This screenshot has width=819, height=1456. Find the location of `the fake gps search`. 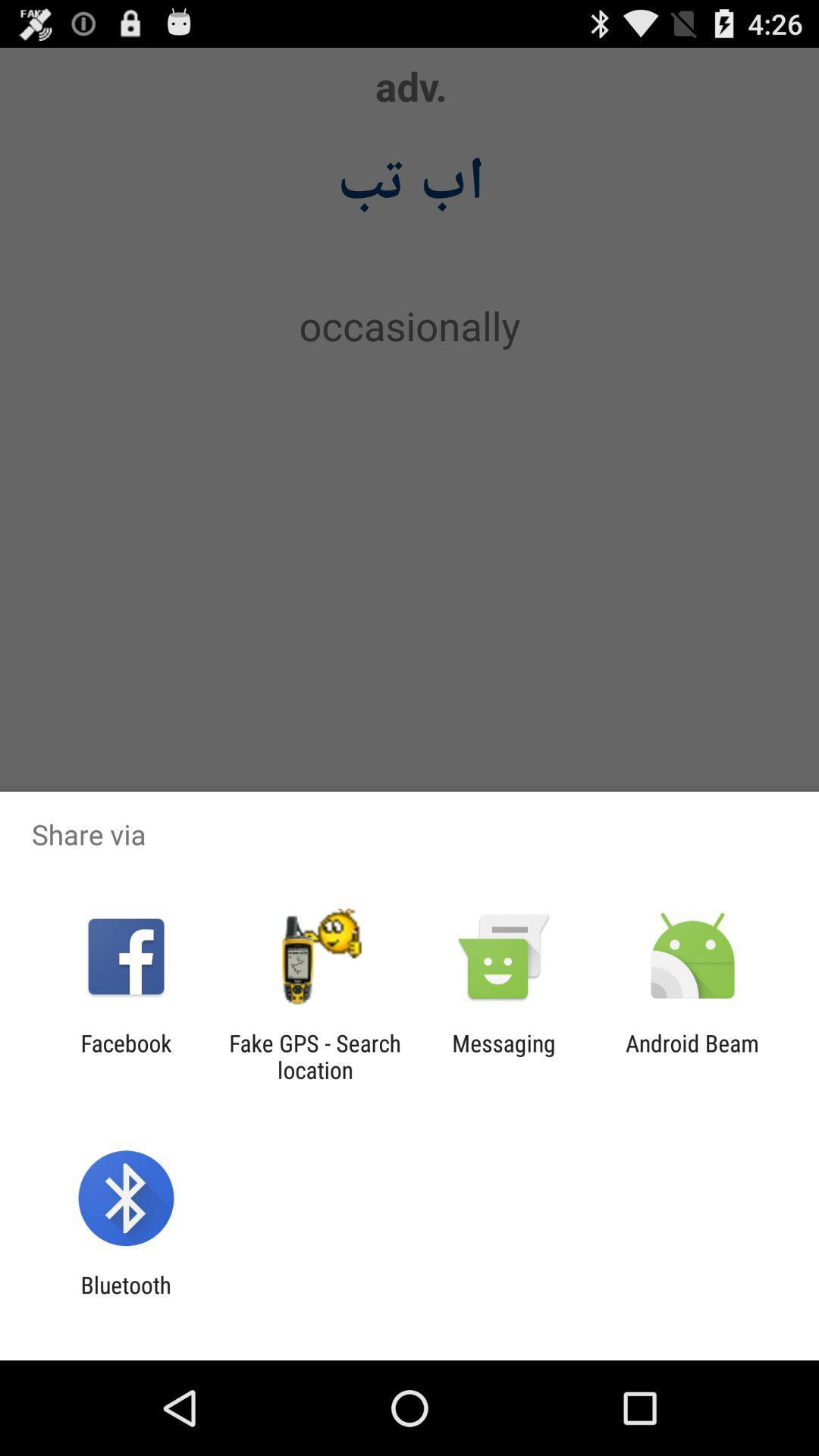

the fake gps search is located at coordinates (314, 1056).